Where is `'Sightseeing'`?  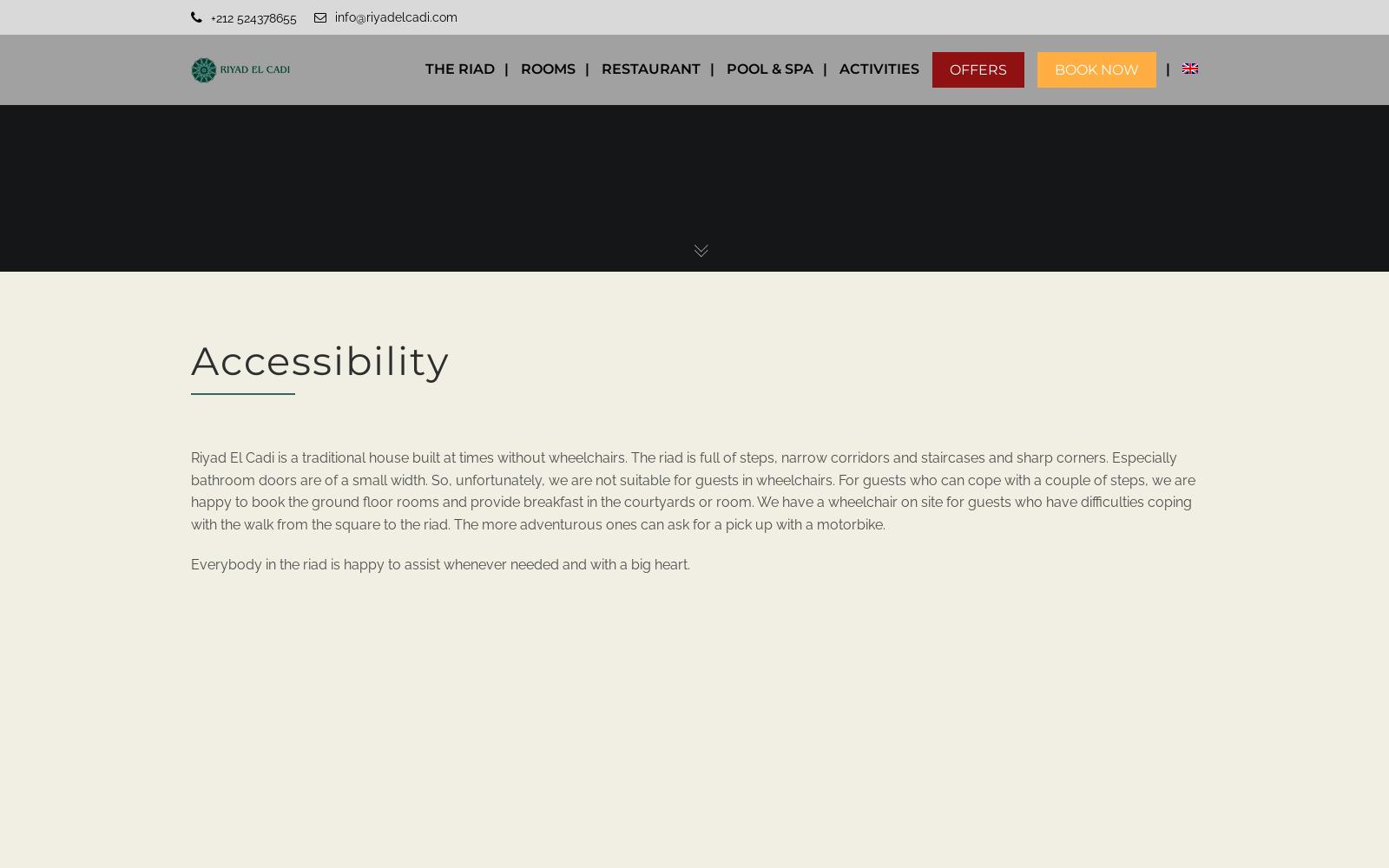 'Sightseeing' is located at coordinates (892, 212).